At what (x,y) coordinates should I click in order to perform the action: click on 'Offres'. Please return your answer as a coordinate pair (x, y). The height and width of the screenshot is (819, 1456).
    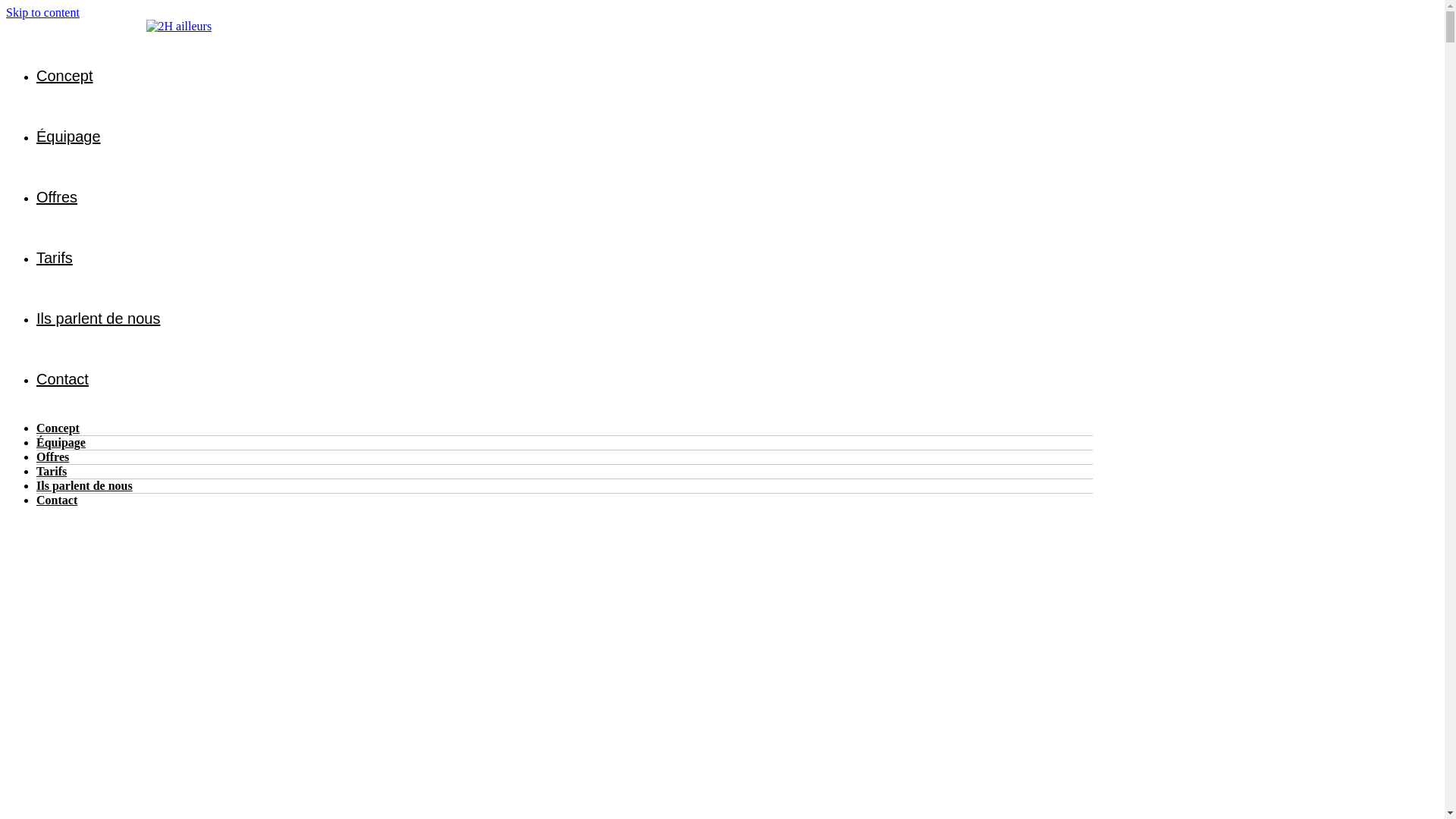
    Looking at the image, I should click on (52, 456).